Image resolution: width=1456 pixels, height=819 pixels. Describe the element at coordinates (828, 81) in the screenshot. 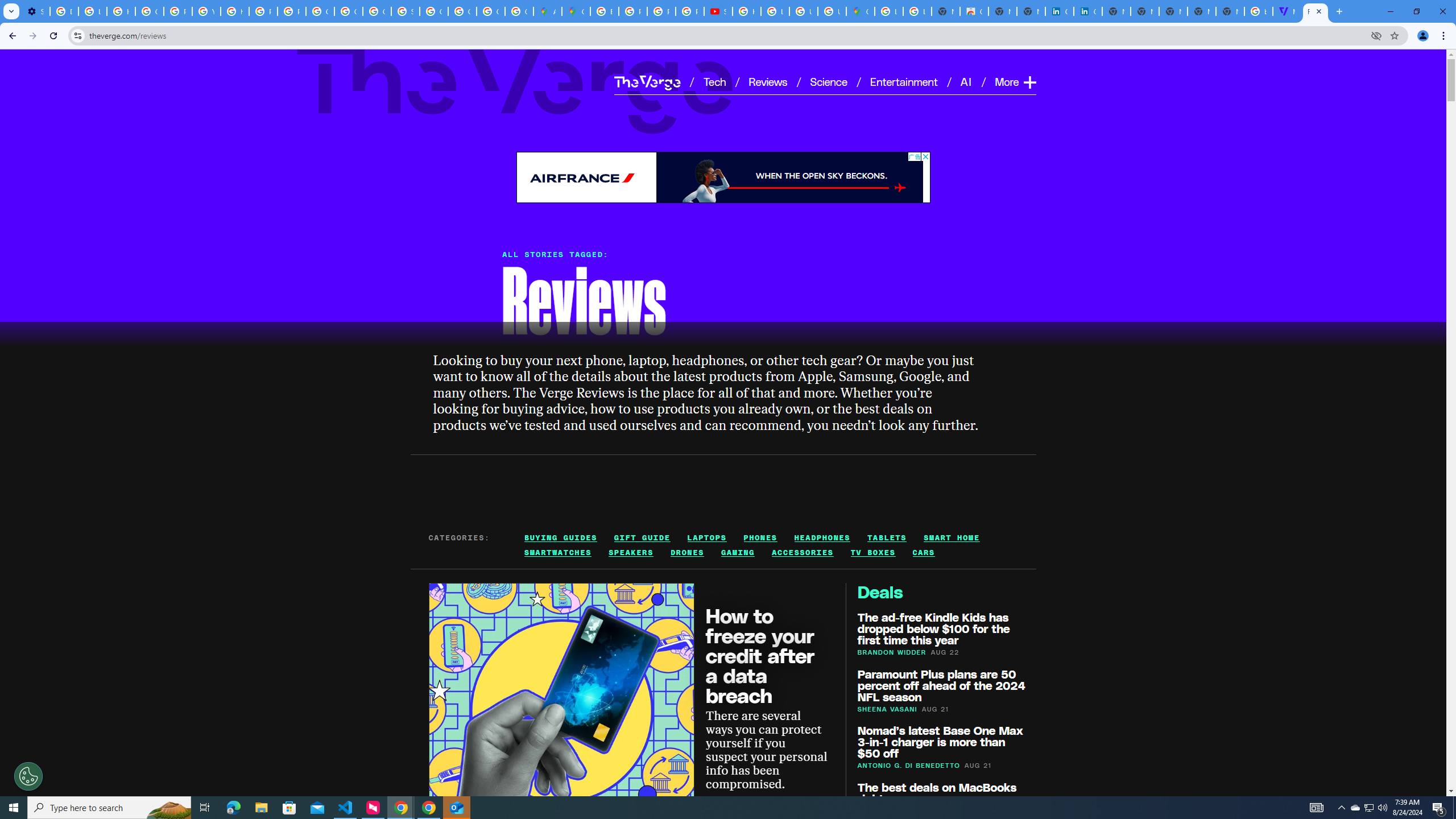

I see `'Science'` at that location.